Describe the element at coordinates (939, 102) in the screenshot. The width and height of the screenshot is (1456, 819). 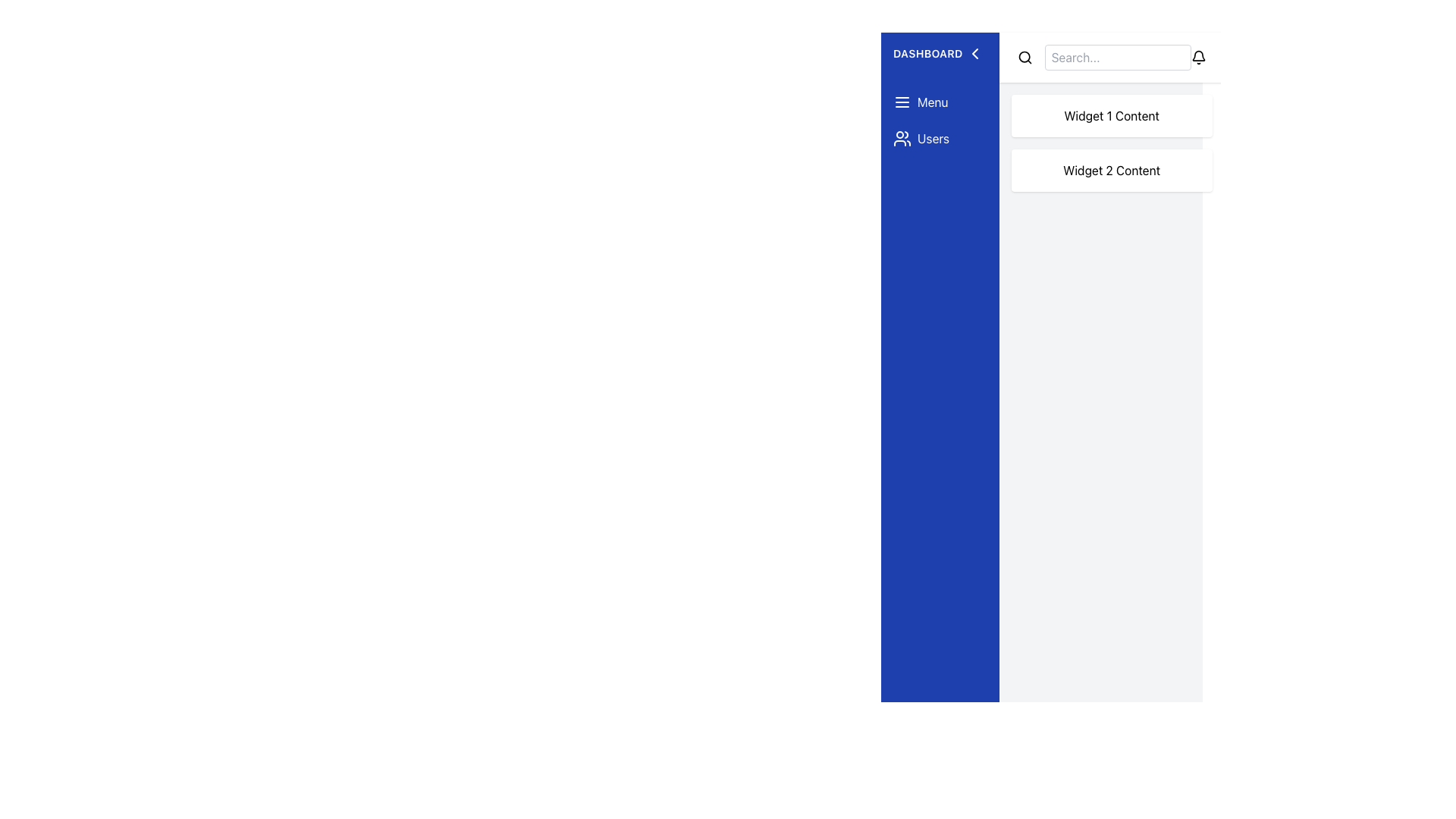
I see `the Navigation Link element that consists of a horizontal list icon and the text 'Menu', which is styled with a blue background and white text, to receive visual feedback` at that location.